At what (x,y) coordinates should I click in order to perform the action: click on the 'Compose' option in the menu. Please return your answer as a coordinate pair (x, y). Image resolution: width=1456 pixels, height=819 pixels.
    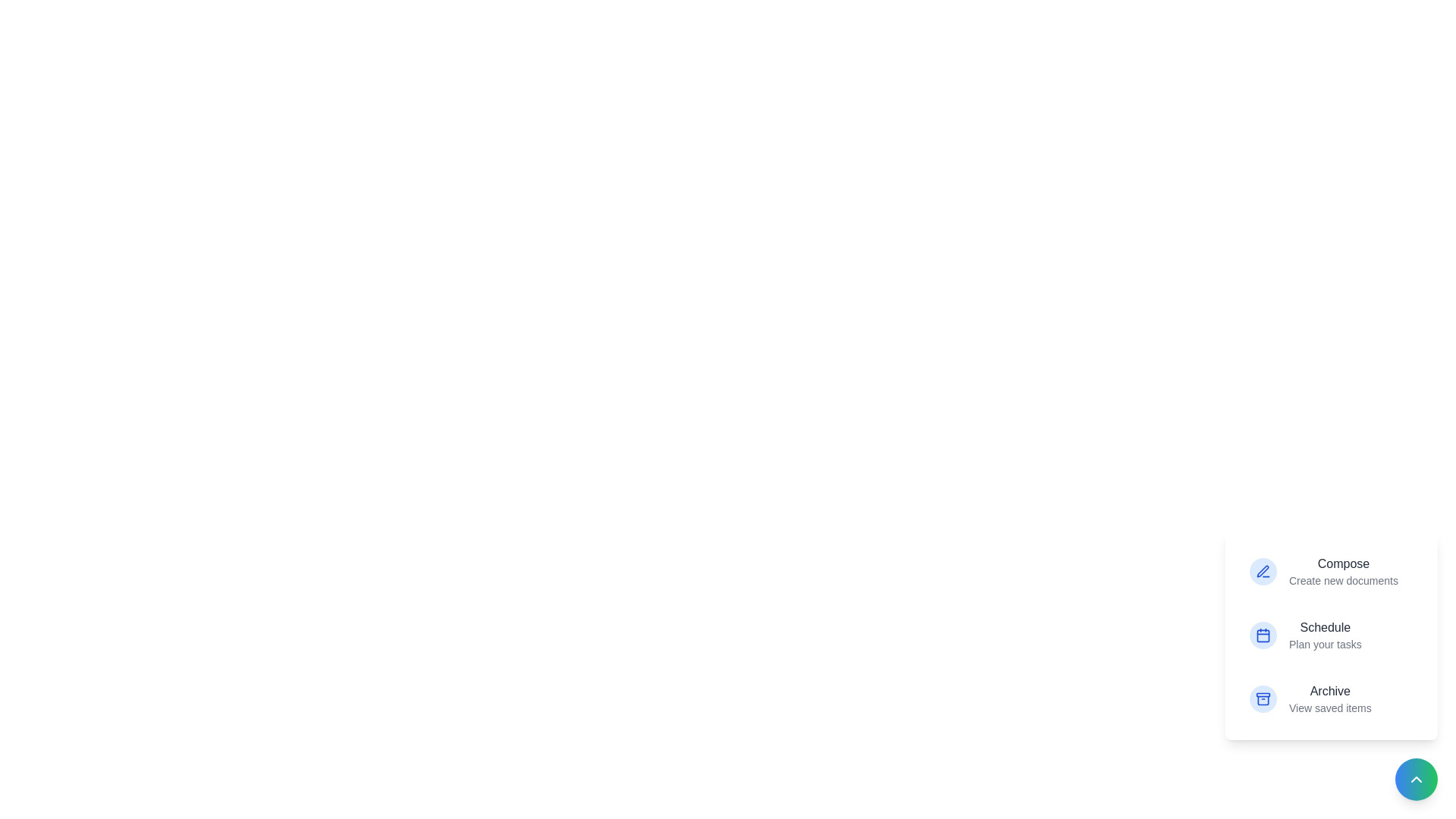
    Looking at the image, I should click on (1331, 564).